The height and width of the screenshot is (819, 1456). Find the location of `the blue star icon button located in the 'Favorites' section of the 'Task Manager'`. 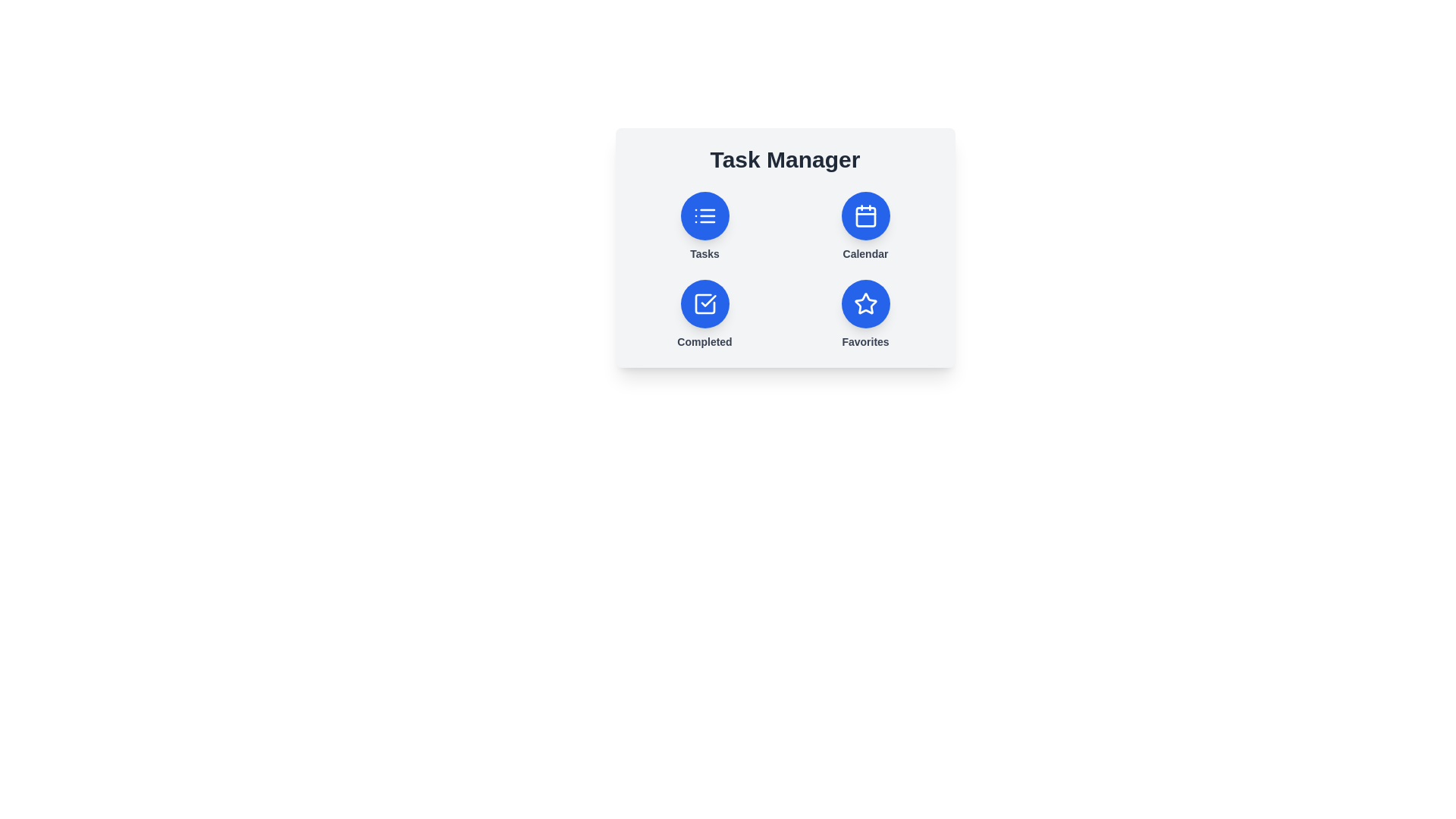

the blue star icon button located in the 'Favorites' section of the 'Task Manager' is located at coordinates (865, 303).